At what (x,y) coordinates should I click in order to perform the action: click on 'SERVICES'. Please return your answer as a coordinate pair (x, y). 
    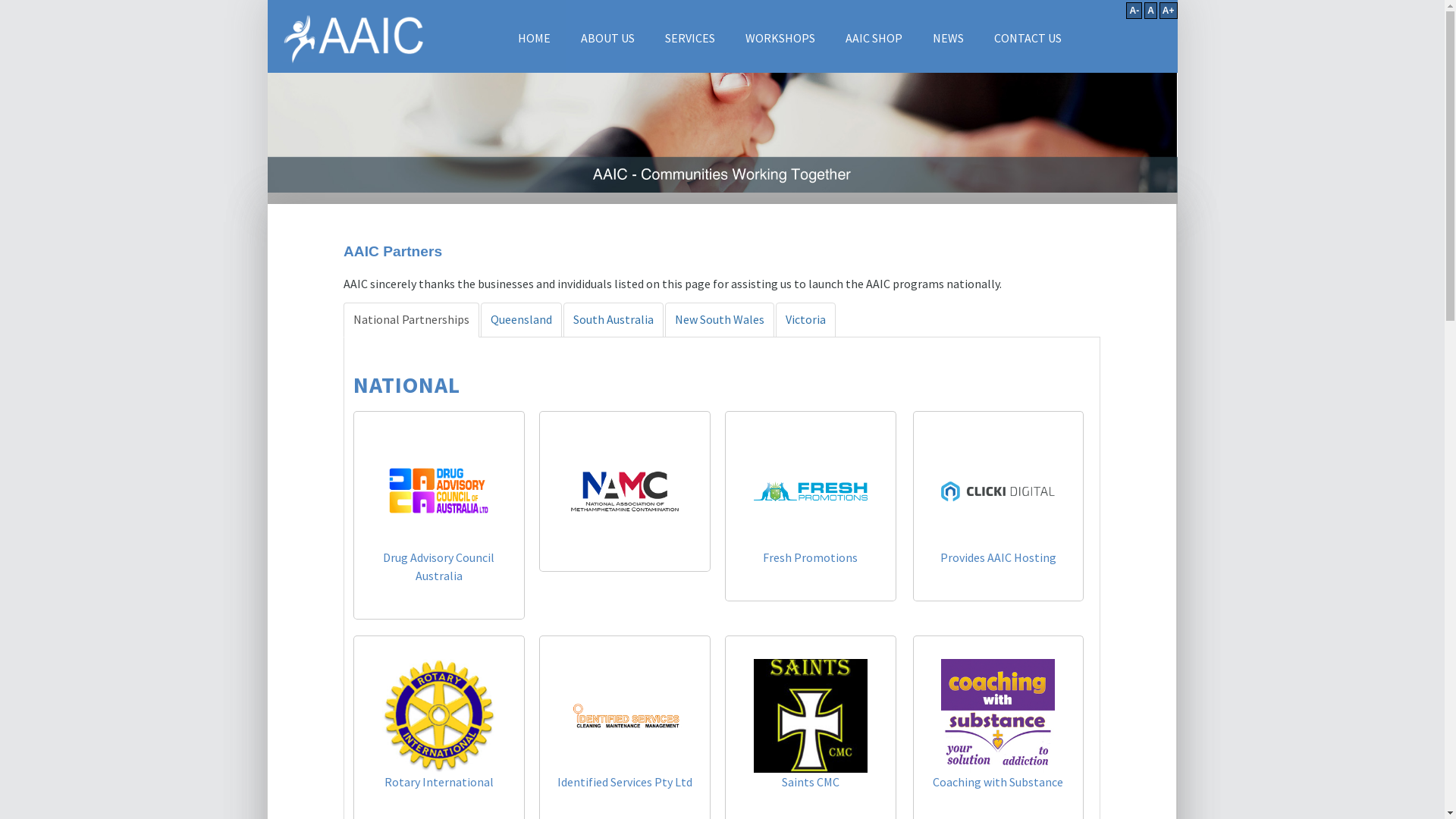
    Looking at the image, I should click on (688, 37).